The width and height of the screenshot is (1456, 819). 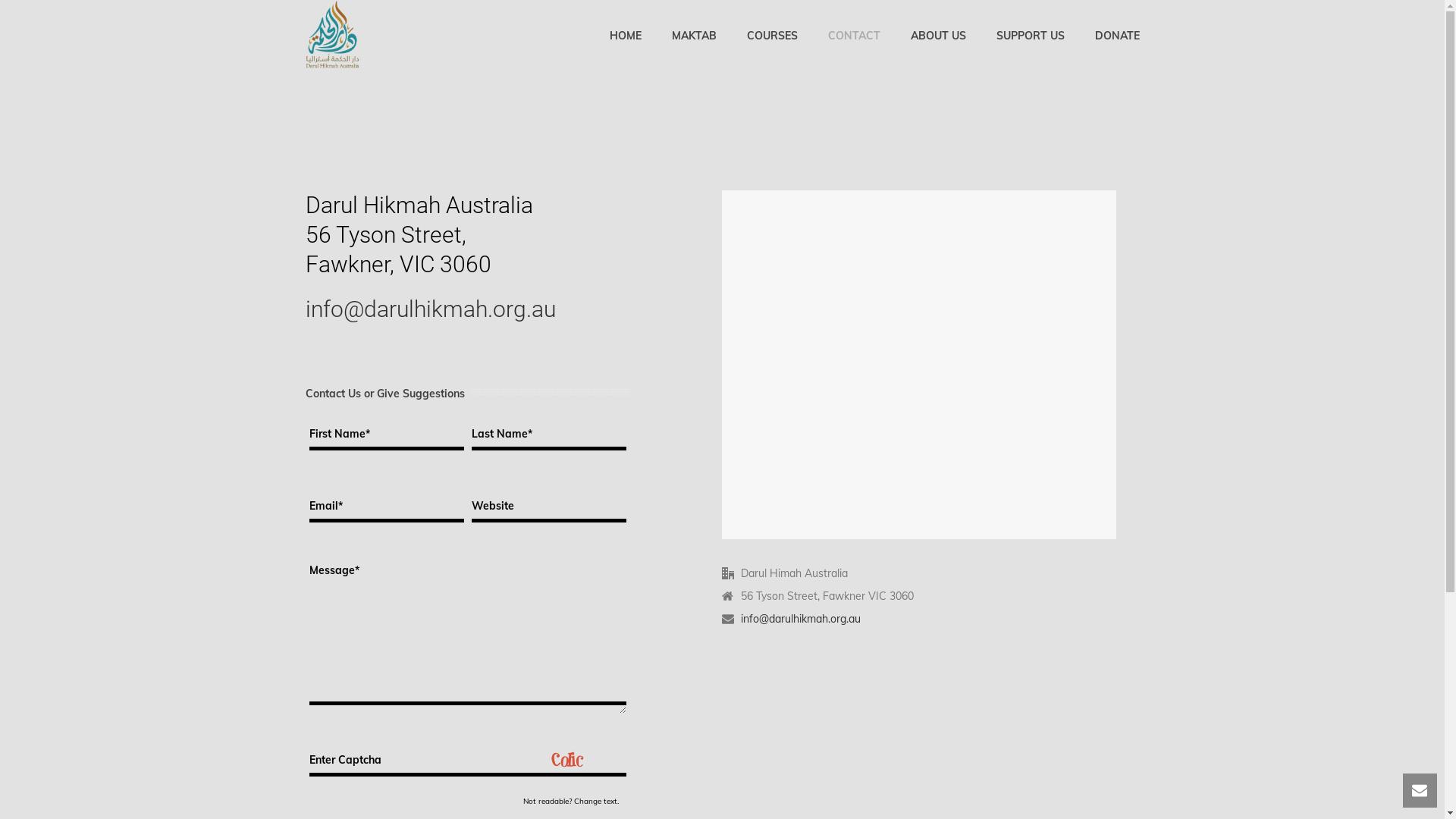 I want to click on 'info@darulhikmah.org.au', so click(x=800, y=619).